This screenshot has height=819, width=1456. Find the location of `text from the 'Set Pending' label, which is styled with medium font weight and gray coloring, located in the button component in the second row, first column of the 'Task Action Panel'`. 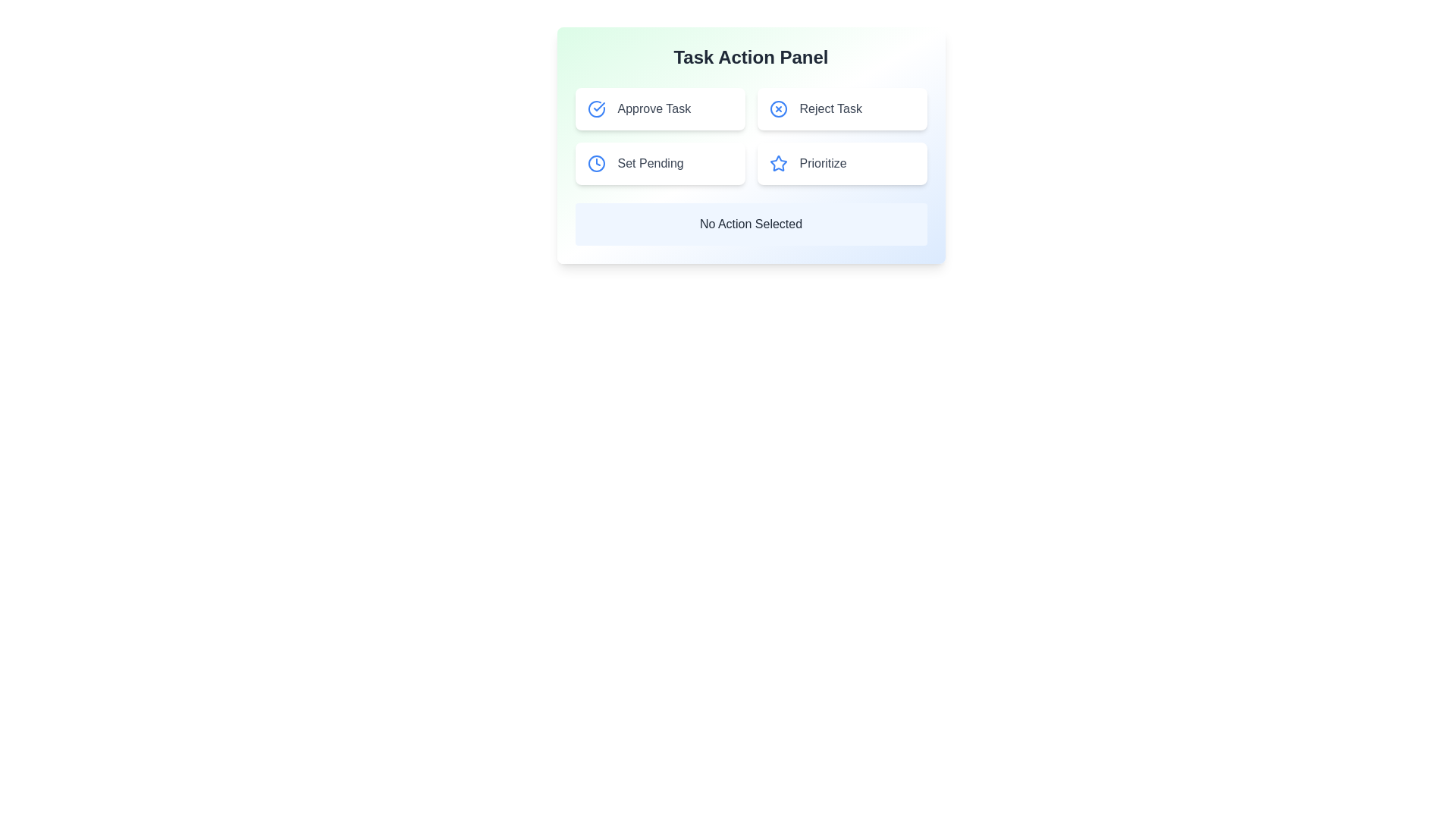

text from the 'Set Pending' label, which is styled with medium font weight and gray coloring, located in the button component in the second row, first column of the 'Task Action Panel' is located at coordinates (651, 164).